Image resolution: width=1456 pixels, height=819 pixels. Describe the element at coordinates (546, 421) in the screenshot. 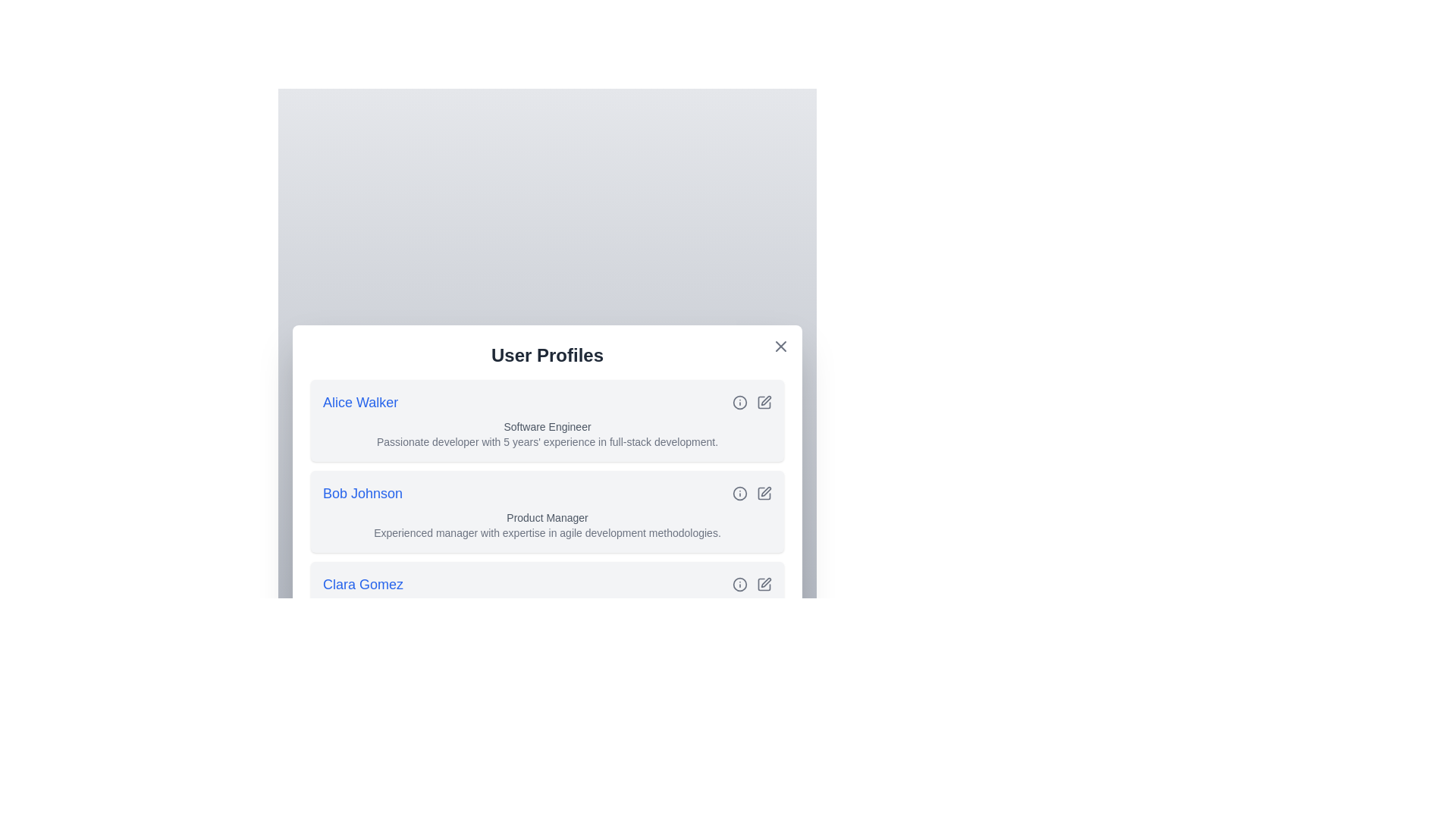

I see `the user profile item for Alice Walker` at that location.